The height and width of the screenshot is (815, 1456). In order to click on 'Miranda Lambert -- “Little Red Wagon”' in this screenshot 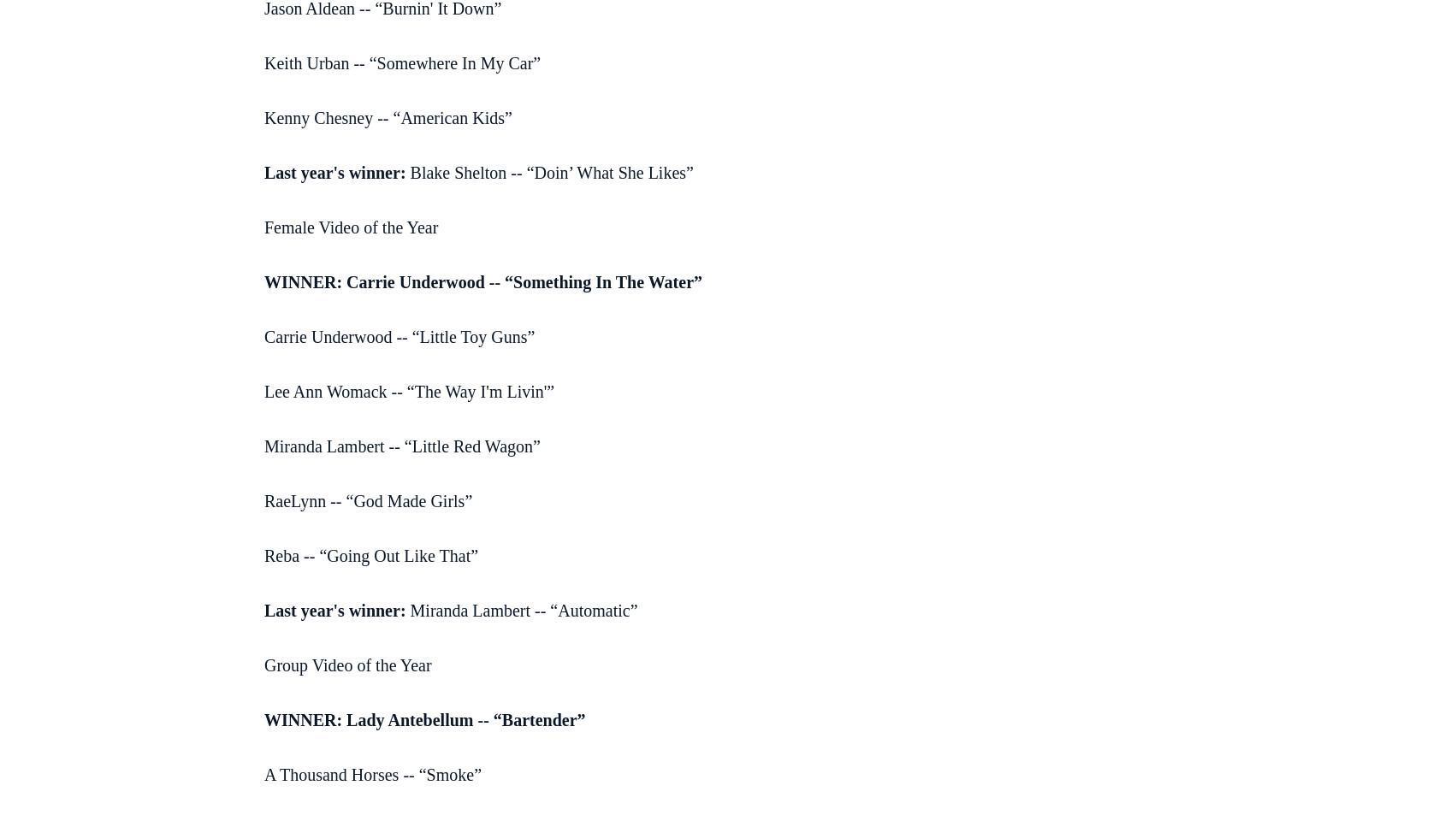, I will do `click(400, 446)`.